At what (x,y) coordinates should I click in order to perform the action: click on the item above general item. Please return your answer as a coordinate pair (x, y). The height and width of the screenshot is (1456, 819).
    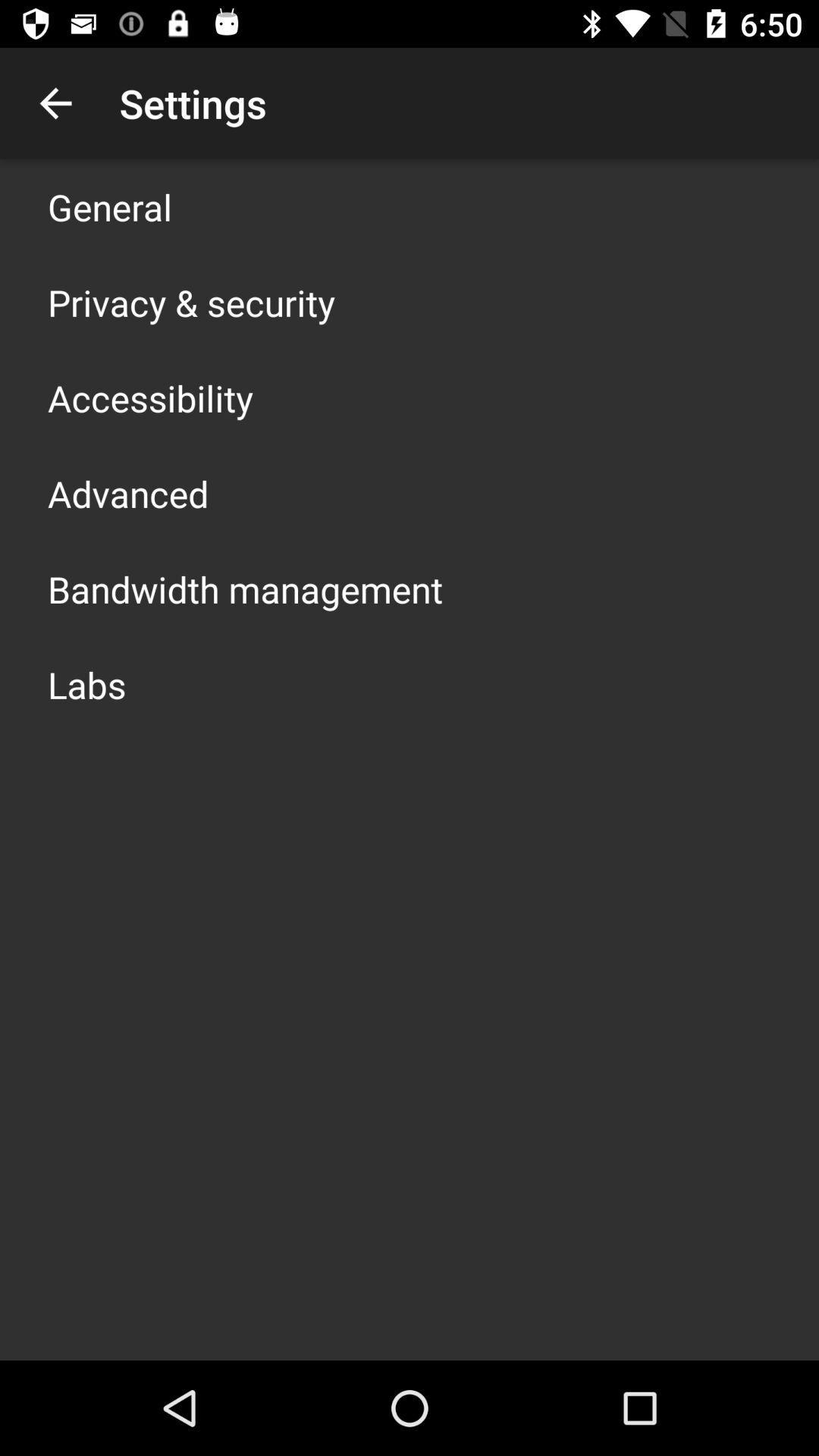
    Looking at the image, I should click on (55, 102).